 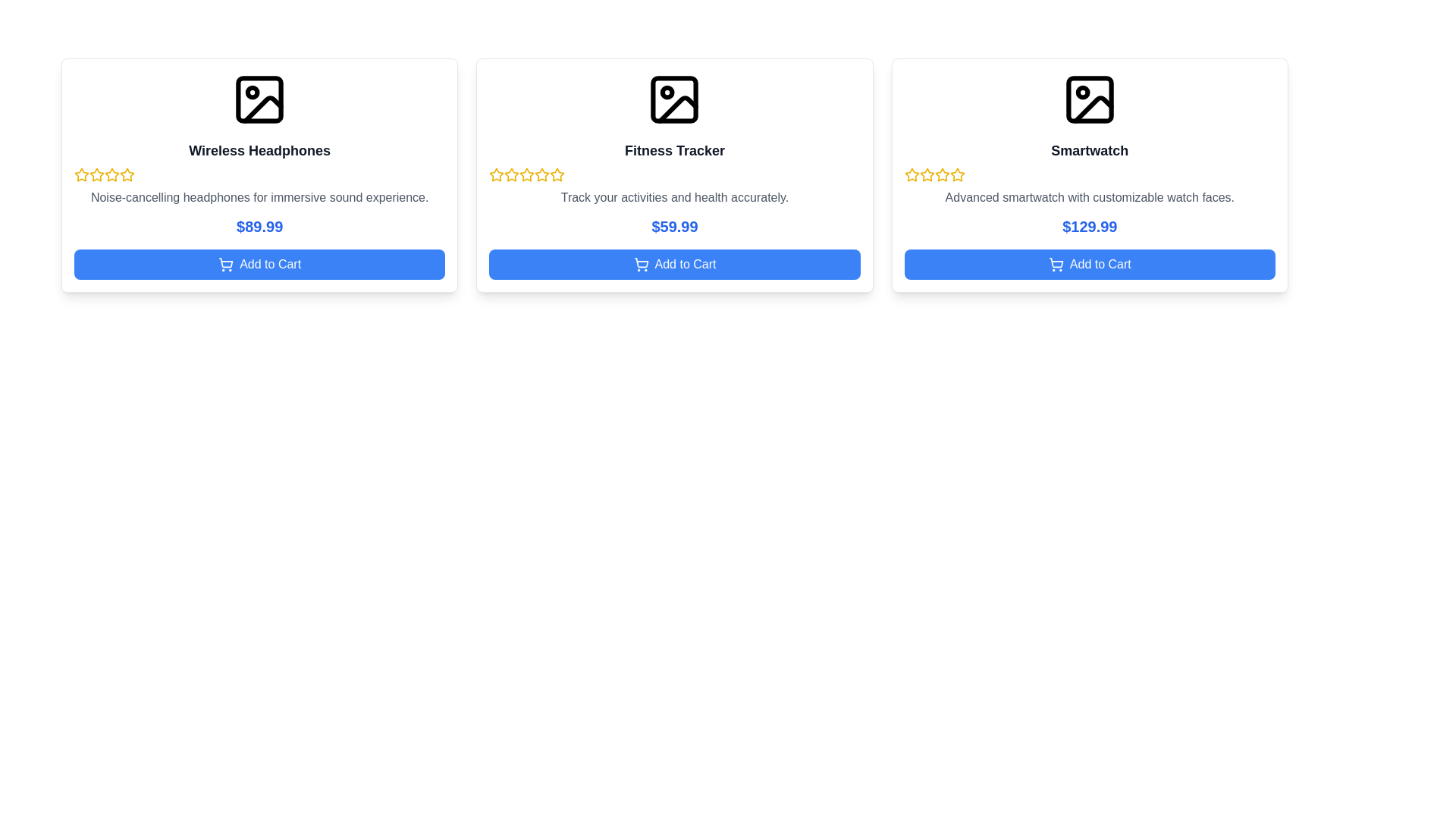 I want to click on the text label displaying 'Smartwatch' in bold font, located below the image icon in the rightmost card of three cards, so click(x=1089, y=151).